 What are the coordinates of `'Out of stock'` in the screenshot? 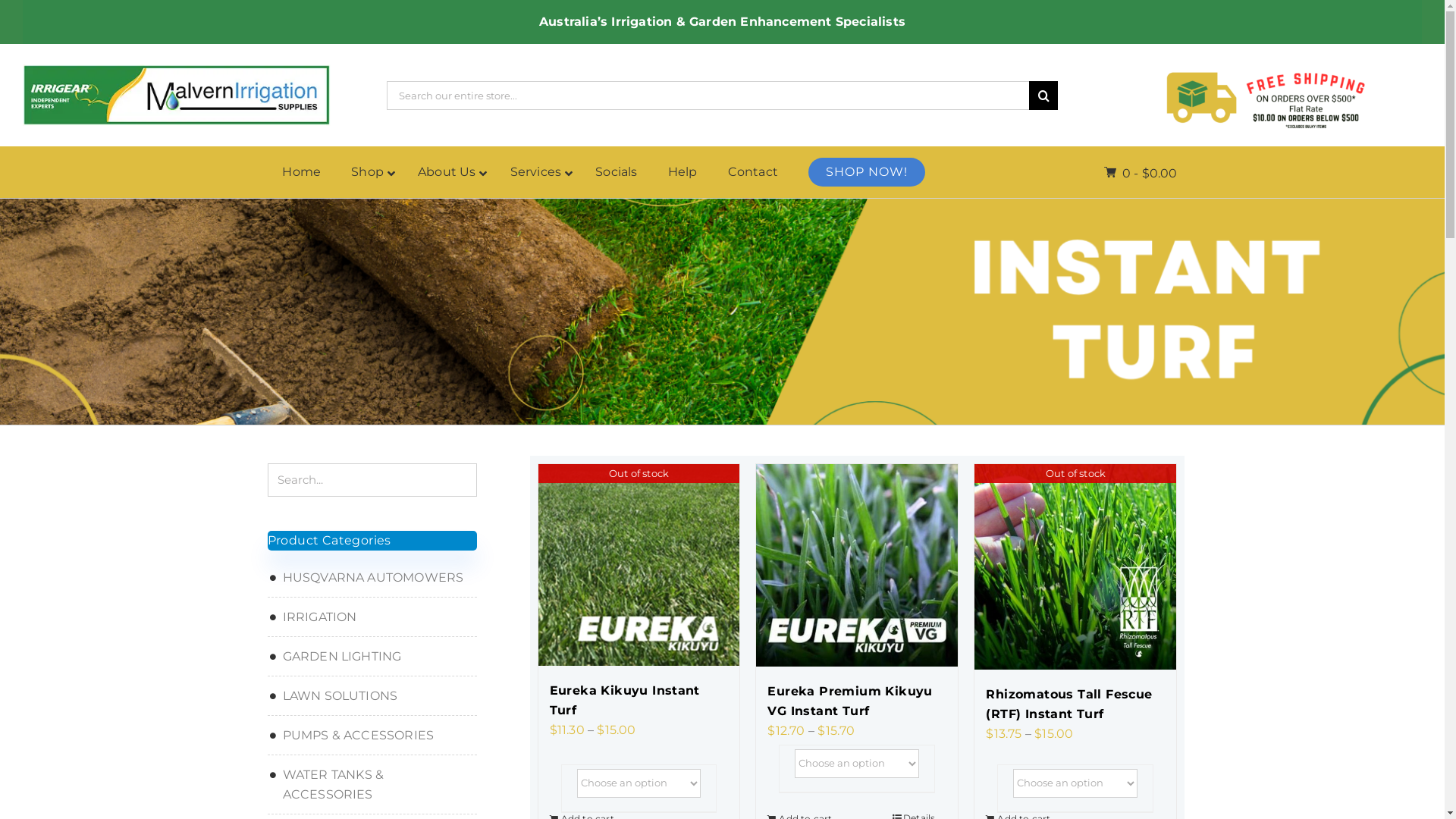 It's located at (974, 566).